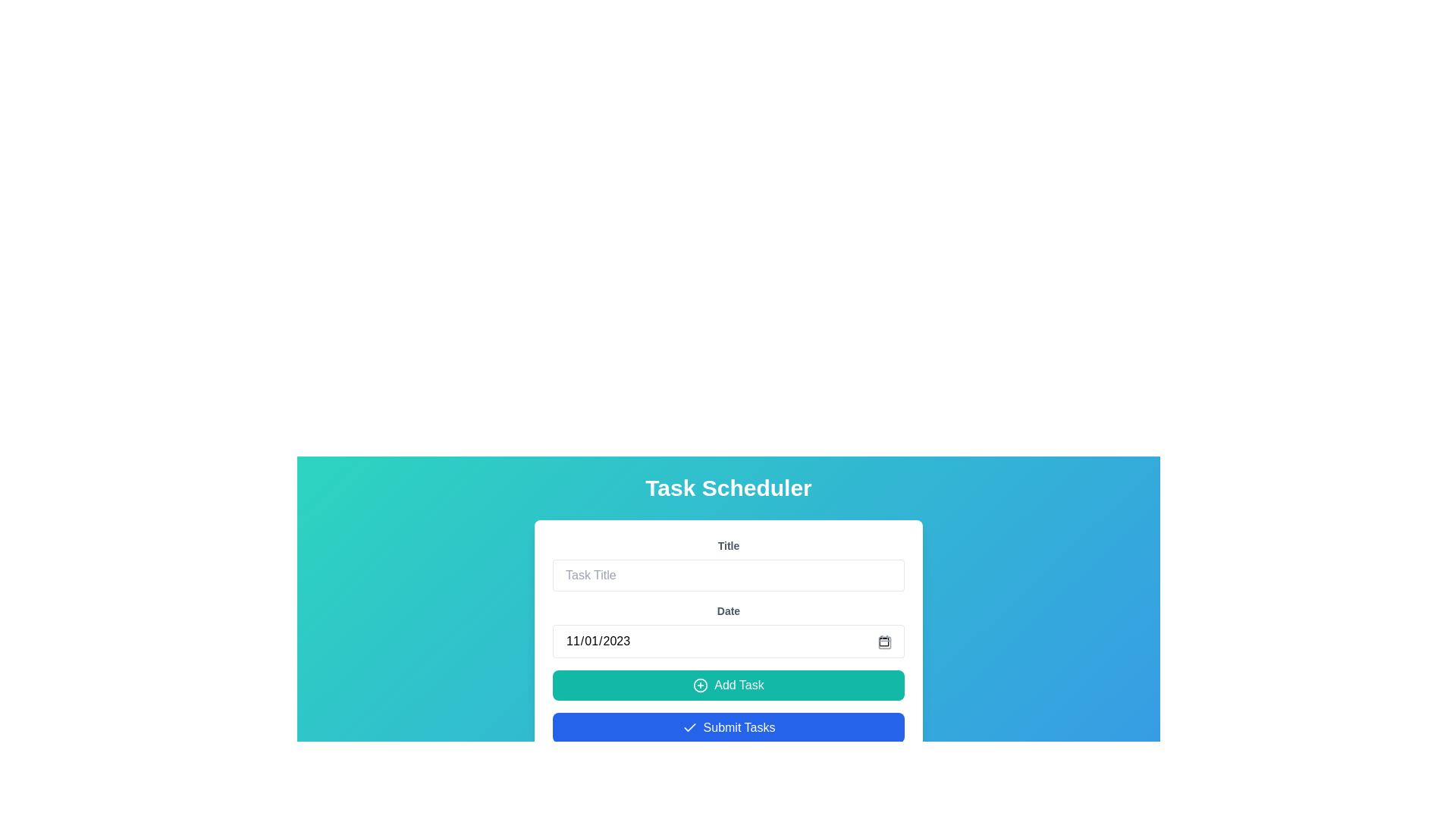  What do you see at coordinates (689, 727) in the screenshot?
I see `the SVG icon that indicates task completion, located slightly to the left of the 'Submit Tasks' button label, within the button boundary` at bounding box center [689, 727].